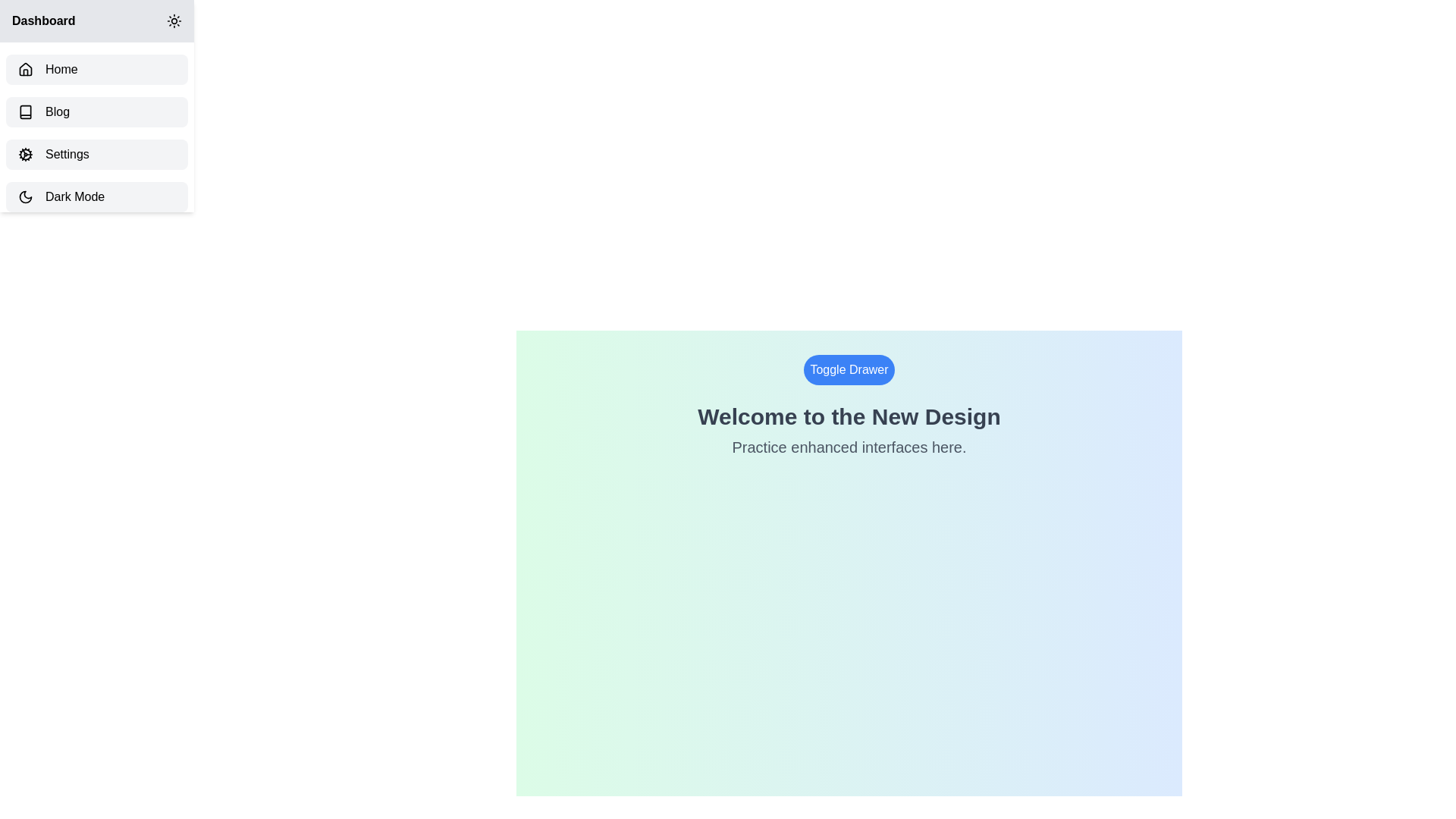  I want to click on the sidebar item labeled Settings, so click(96, 155).